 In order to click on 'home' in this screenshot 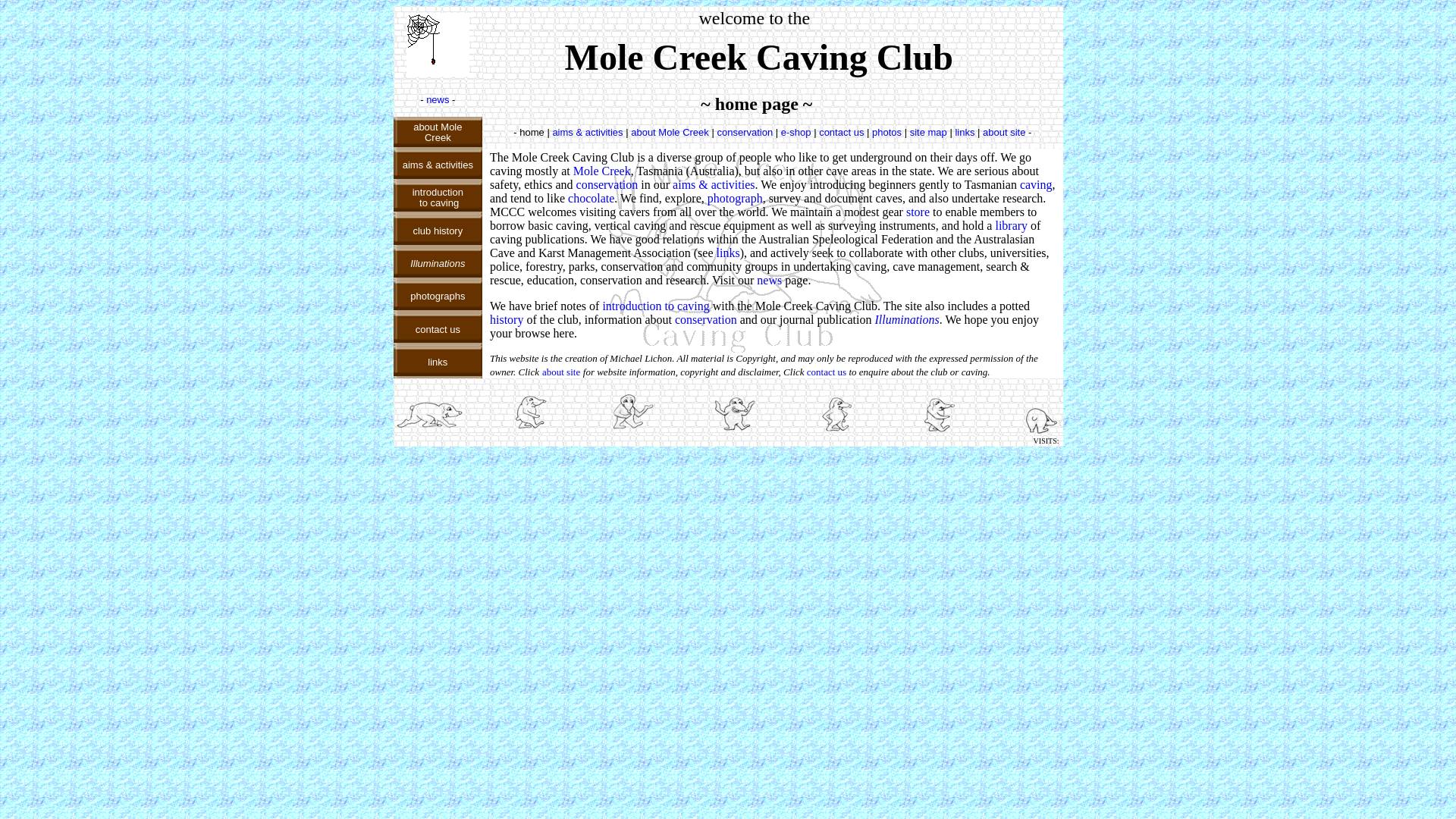, I will do `click(532, 130)`.